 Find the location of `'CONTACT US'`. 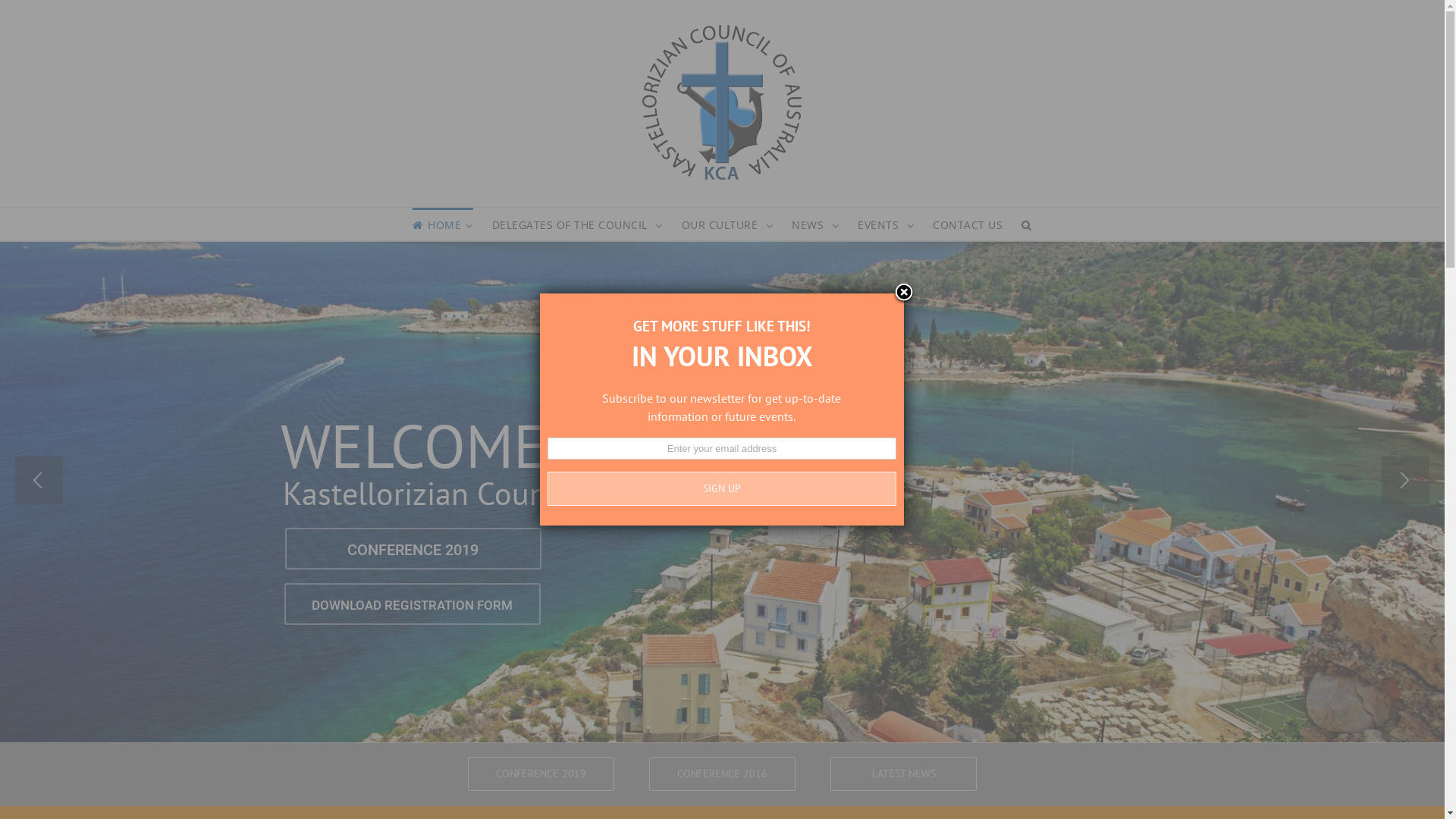

'CONTACT US' is located at coordinates (931, 224).